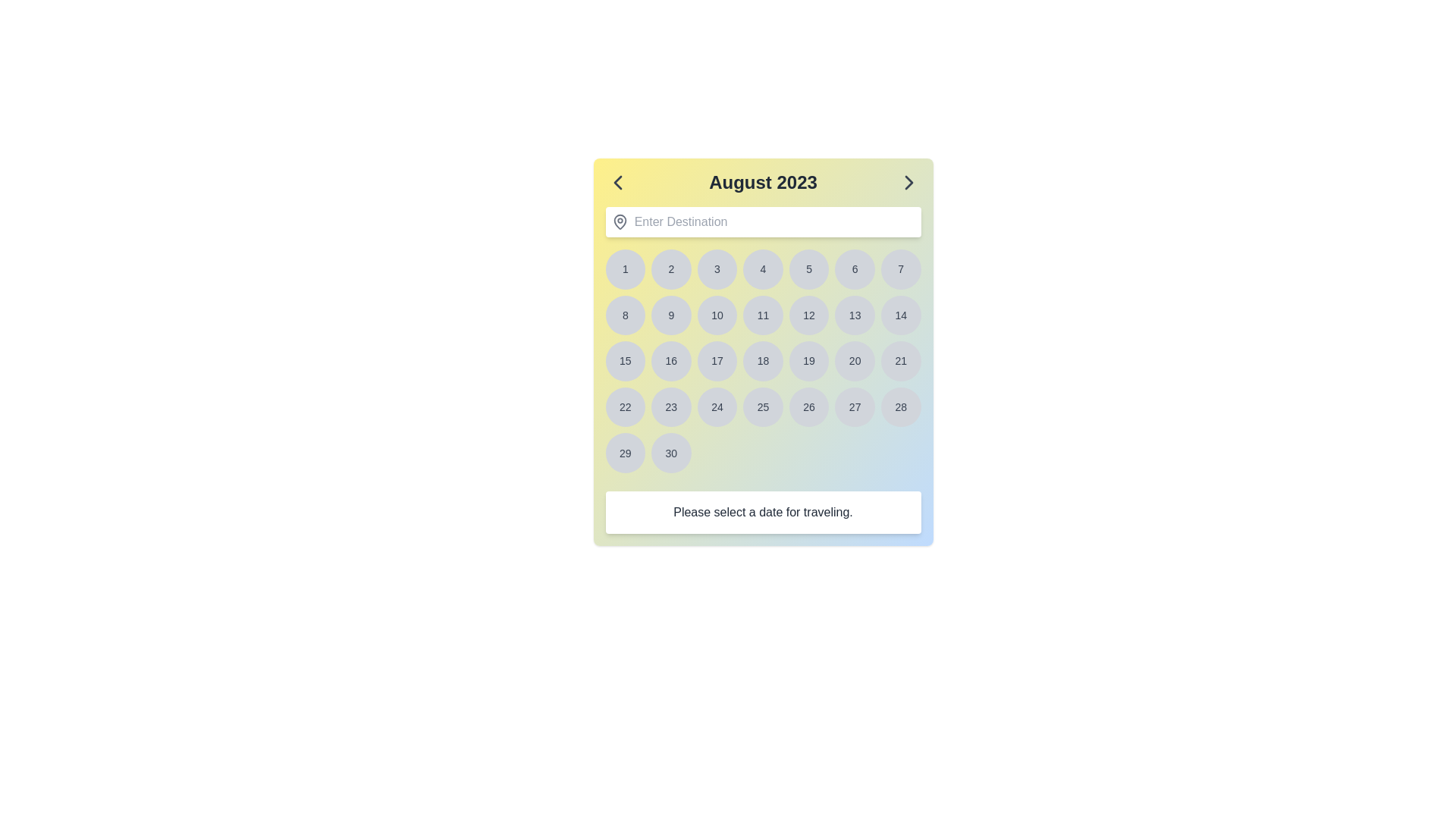  What do you see at coordinates (670, 314) in the screenshot?
I see `the circular button with a grey background displaying the number '9'` at bounding box center [670, 314].